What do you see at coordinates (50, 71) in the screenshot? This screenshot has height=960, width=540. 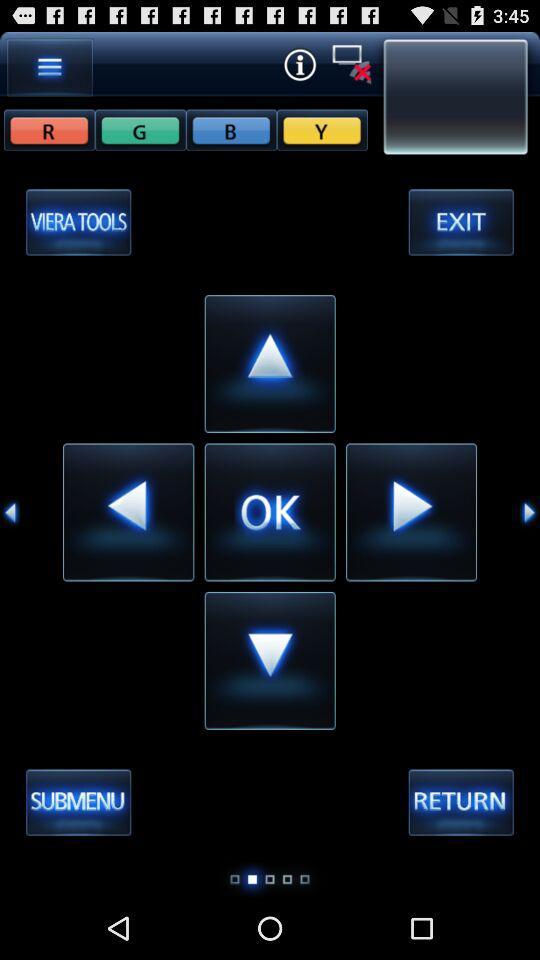 I see `the menu icon` at bounding box center [50, 71].